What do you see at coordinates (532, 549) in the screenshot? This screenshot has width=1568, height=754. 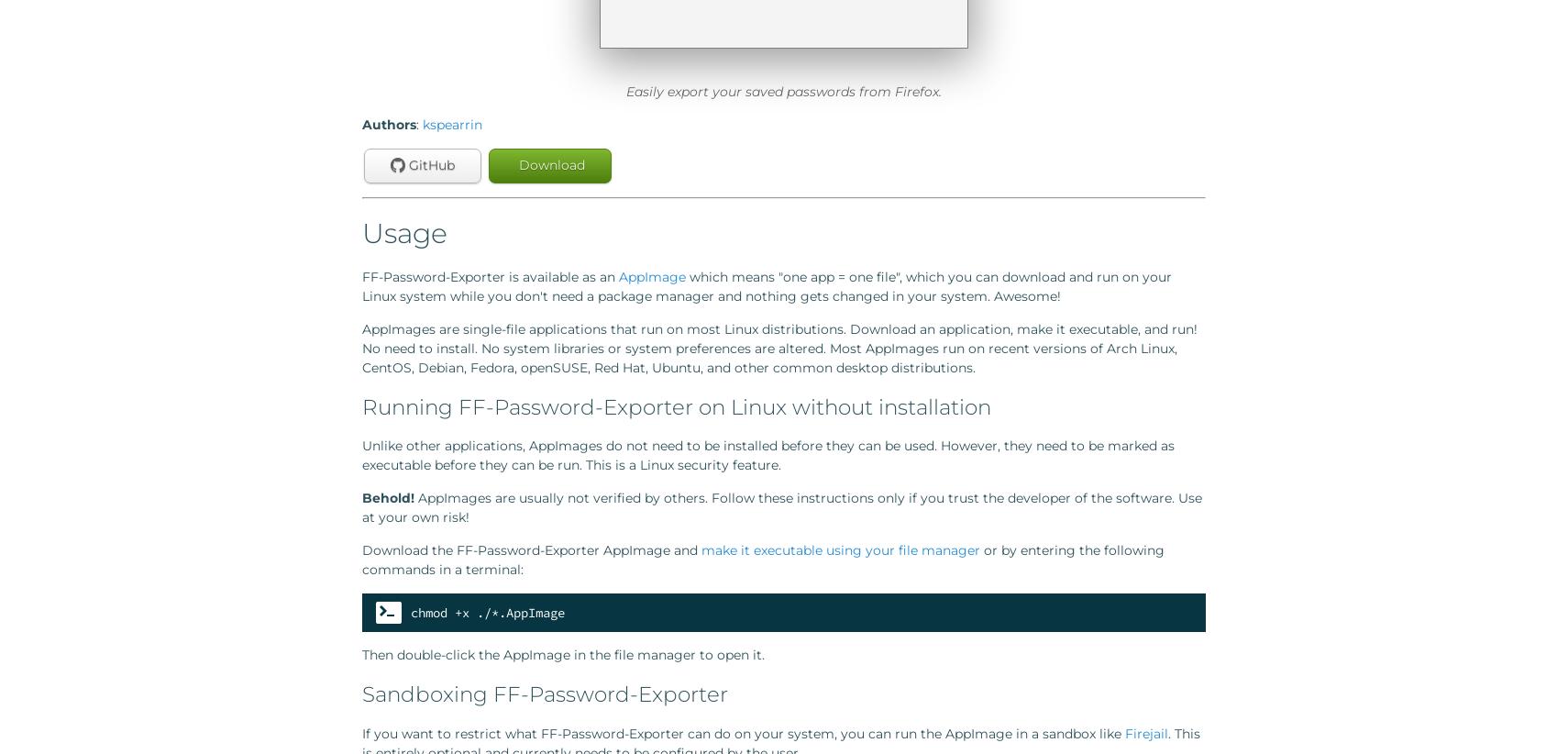 I see `'Download the FF-Password-Exporter AppImage and'` at bounding box center [532, 549].